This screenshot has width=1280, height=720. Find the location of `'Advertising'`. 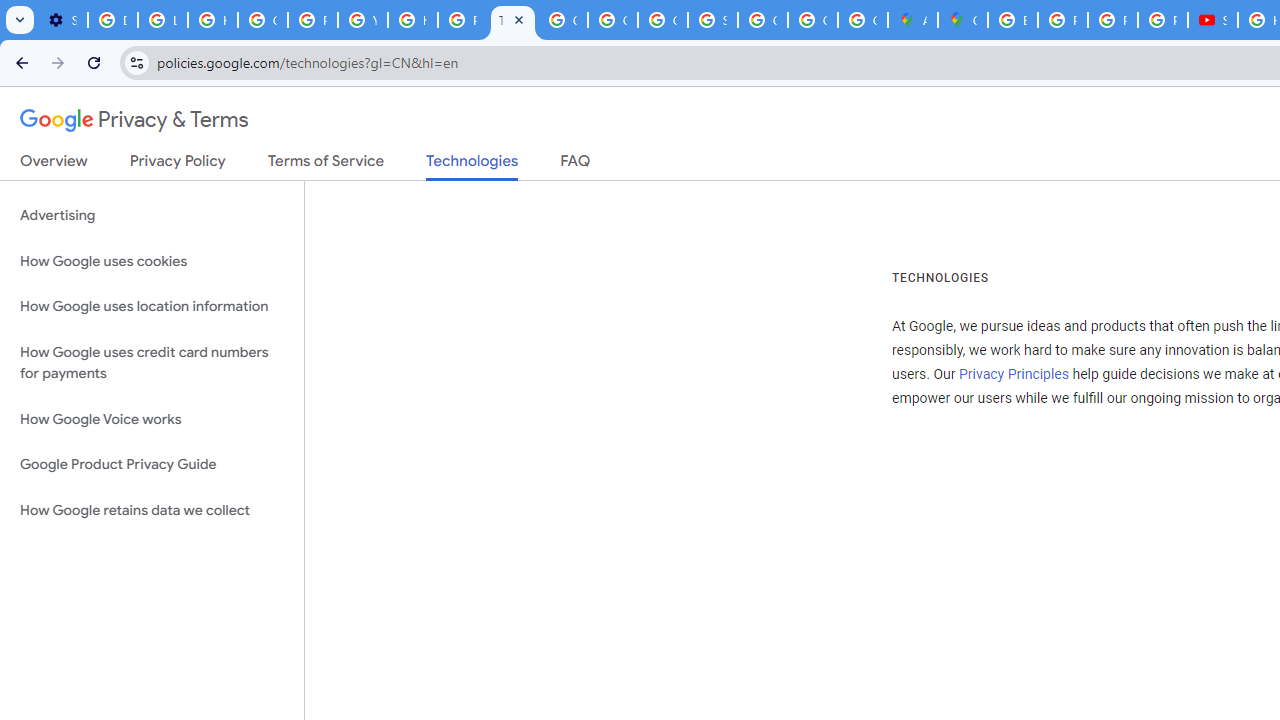

'Advertising' is located at coordinates (151, 216).